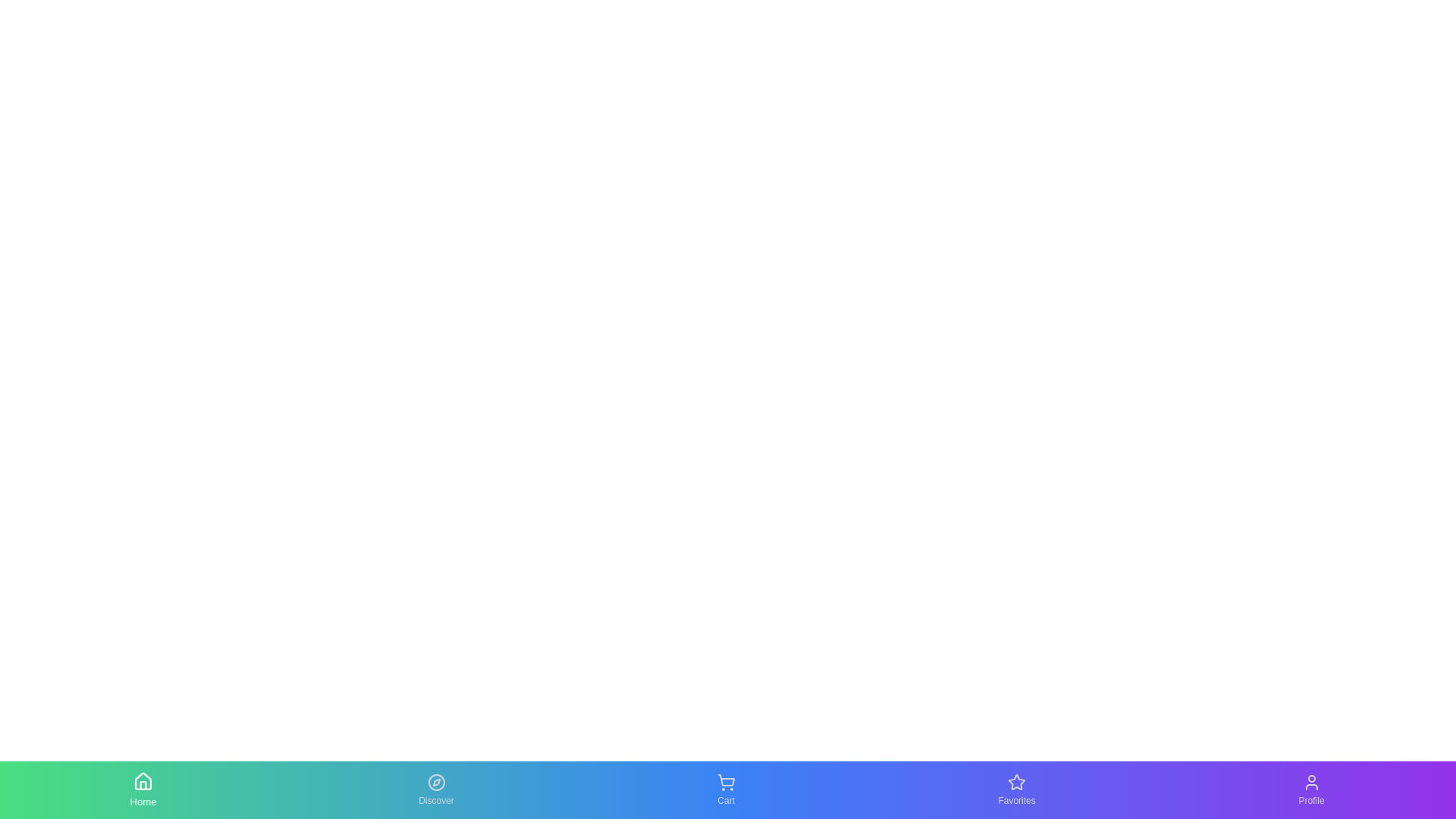 This screenshot has width=1456, height=819. What do you see at coordinates (1016, 789) in the screenshot?
I see `the Favorites tab to see the hover effect` at bounding box center [1016, 789].